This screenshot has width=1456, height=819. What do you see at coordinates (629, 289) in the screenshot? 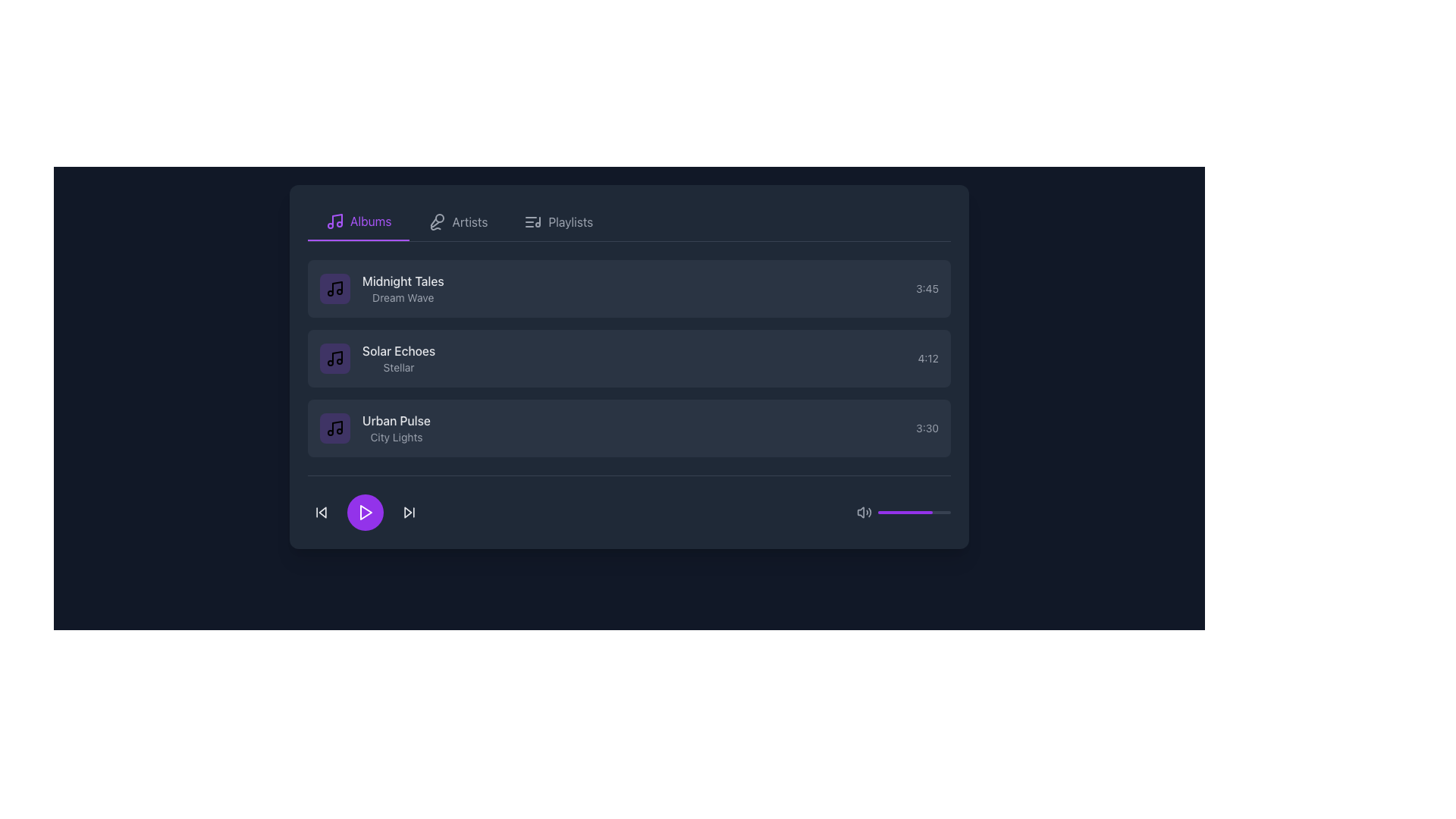
I see `the list item representing a musical track` at bounding box center [629, 289].